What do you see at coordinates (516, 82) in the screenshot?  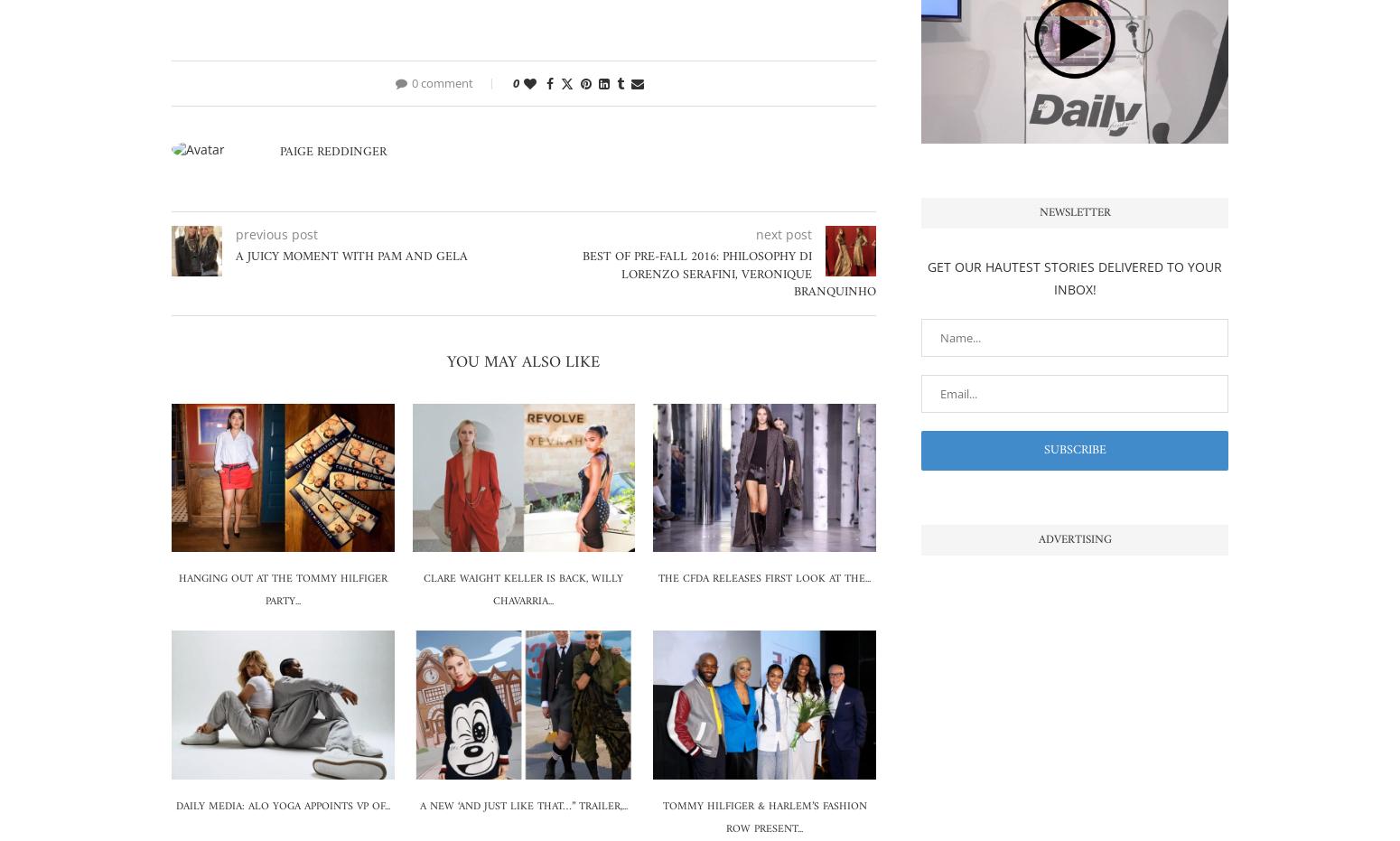 I see `'0'` at bounding box center [516, 82].